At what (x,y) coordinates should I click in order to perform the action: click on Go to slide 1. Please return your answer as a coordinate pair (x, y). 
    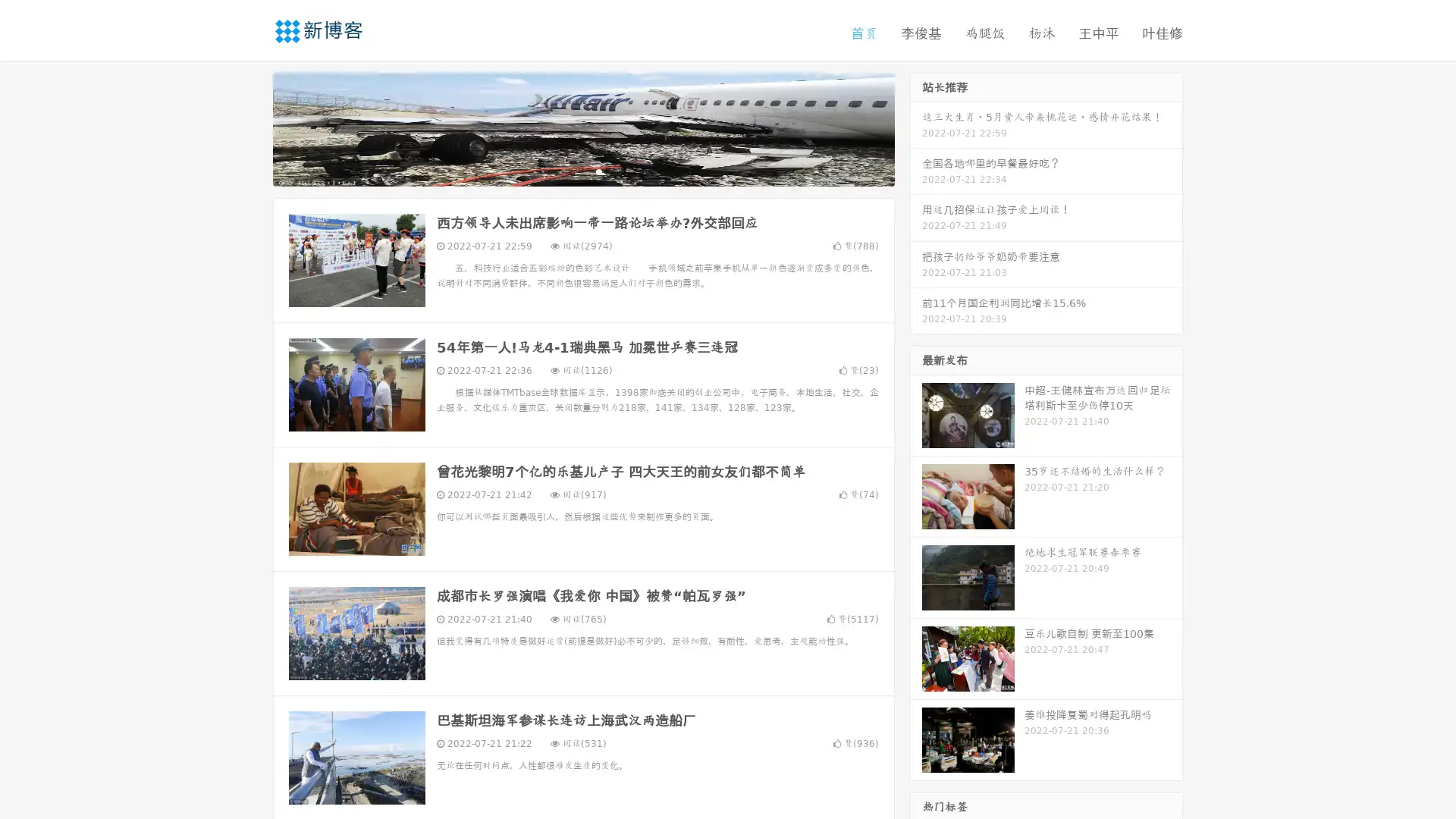
    Looking at the image, I should click on (567, 171).